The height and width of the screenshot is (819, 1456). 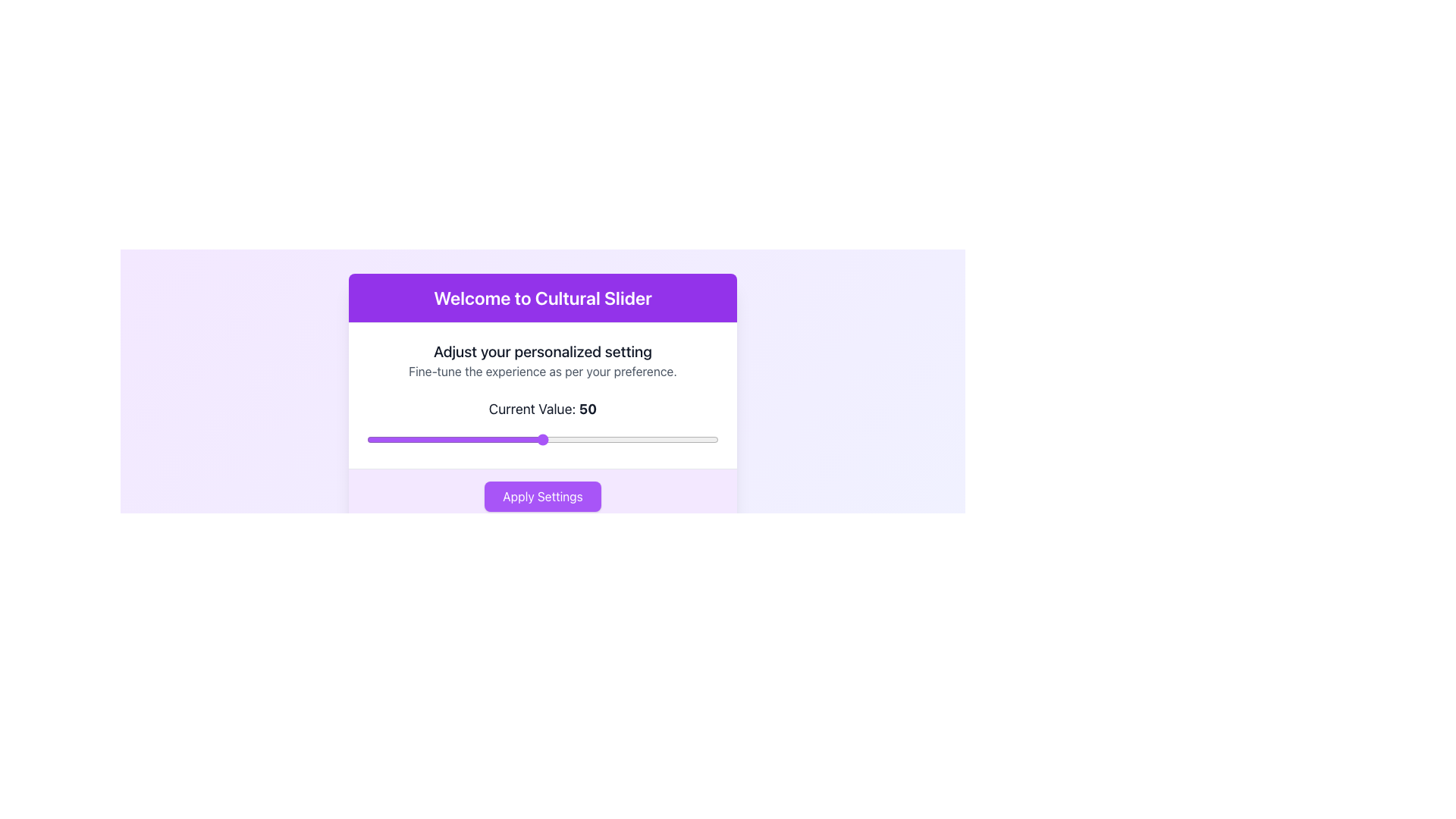 What do you see at coordinates (542, 360) in the screenshot?
I see `the Informational Text Block that contains the lines 'Adjust your personalized setting' and 'Fine-tune the experience as per your preference'` at bounding box center [542, 360].